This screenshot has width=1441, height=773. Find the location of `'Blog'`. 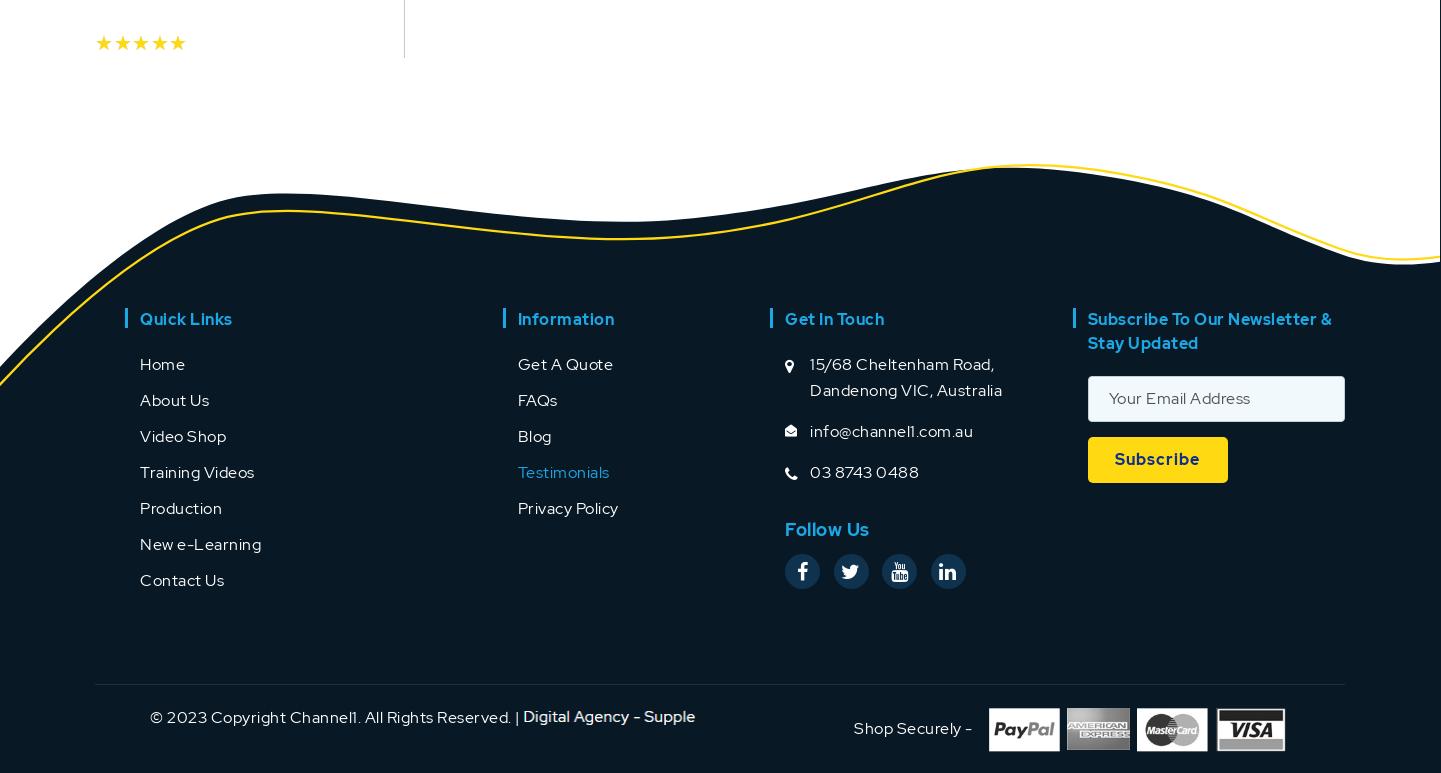

'Blog' is located at coordinates (534, 435).